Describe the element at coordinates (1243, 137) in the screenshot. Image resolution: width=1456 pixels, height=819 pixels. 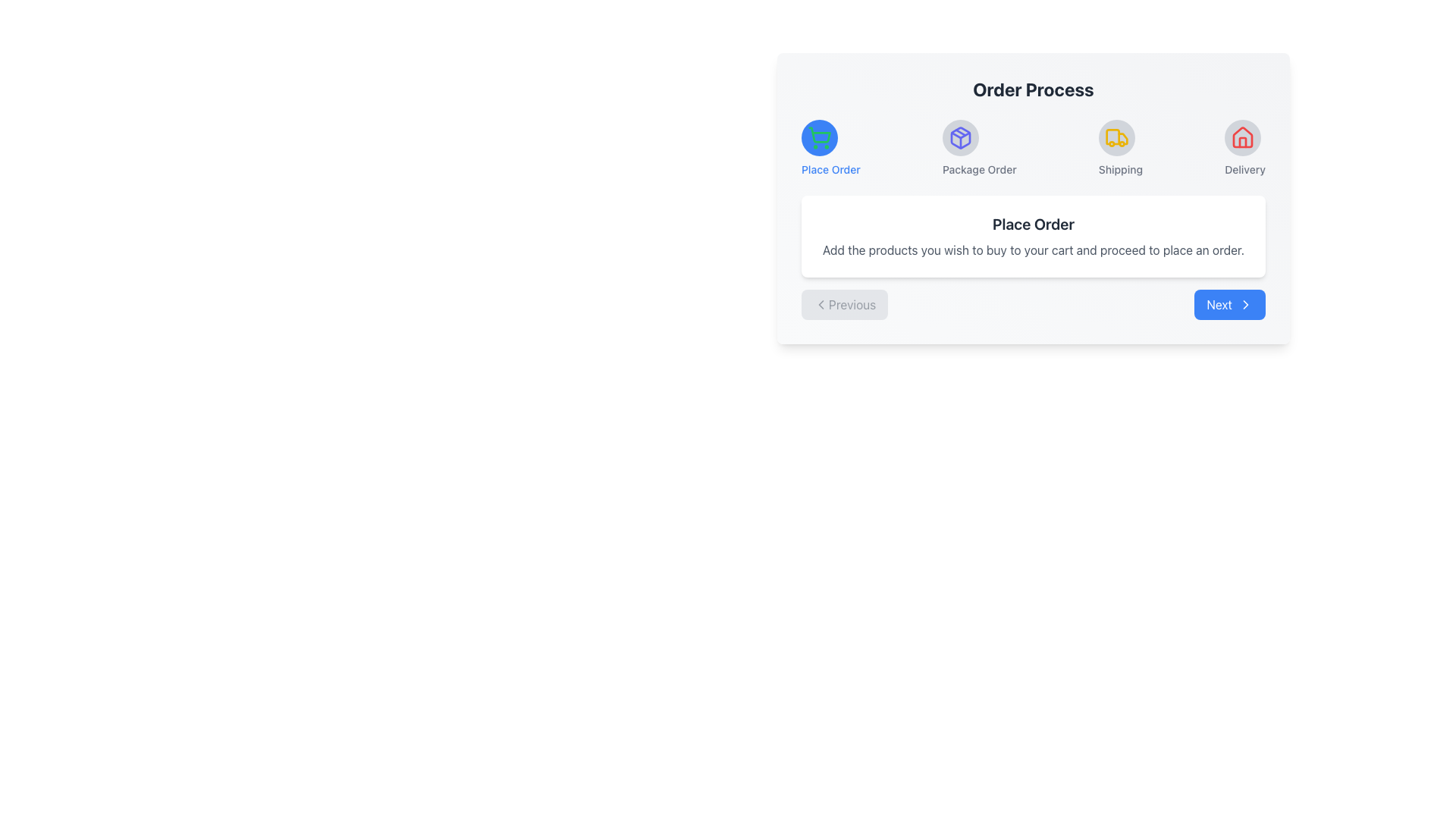
I see `the 'Delivery' icon located at the rightmost position among four icons under the 'Order Process' title` at that location.